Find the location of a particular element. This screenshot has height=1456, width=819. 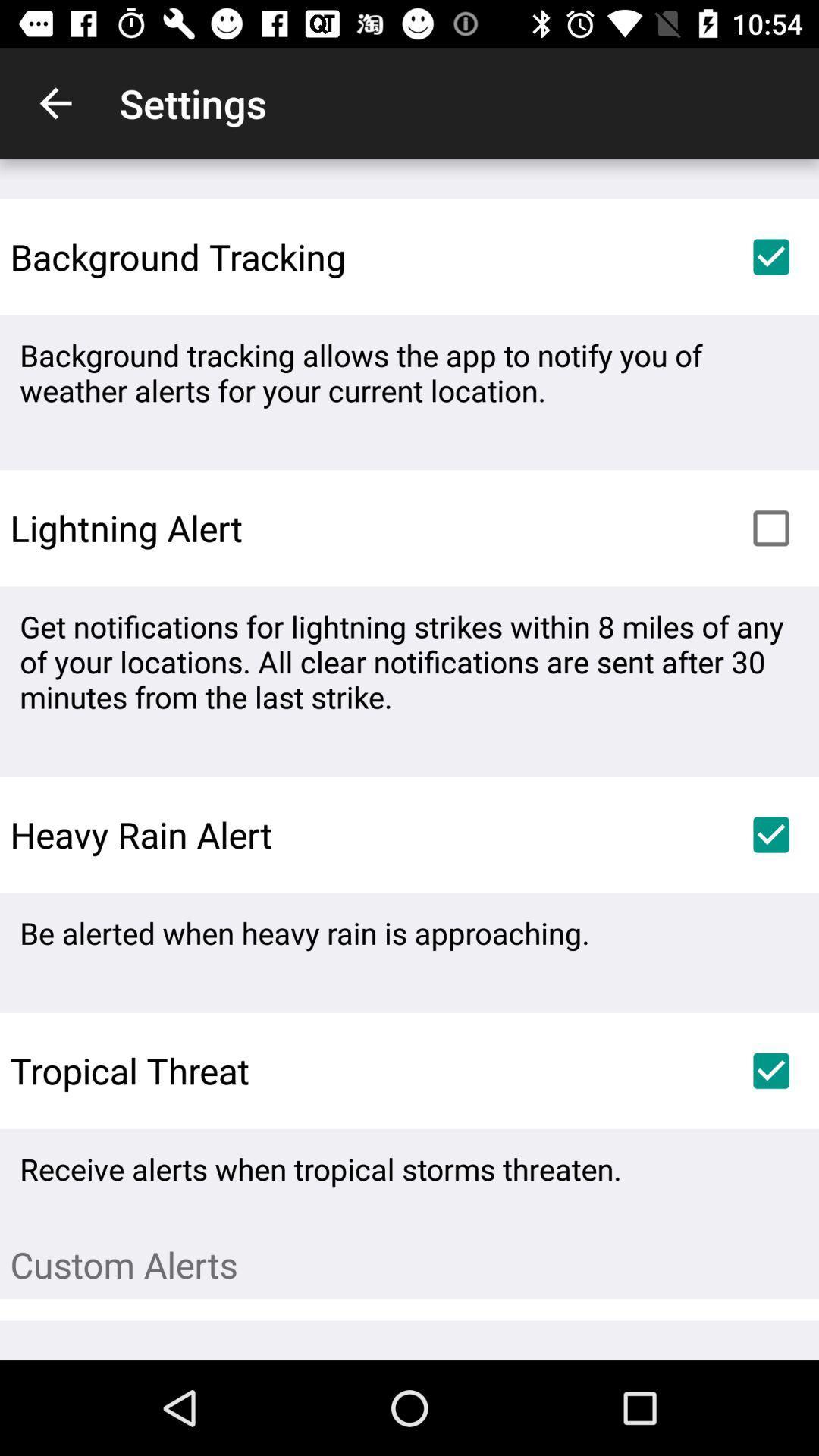

tropical threat icon is located at coordinates (124, 1069).